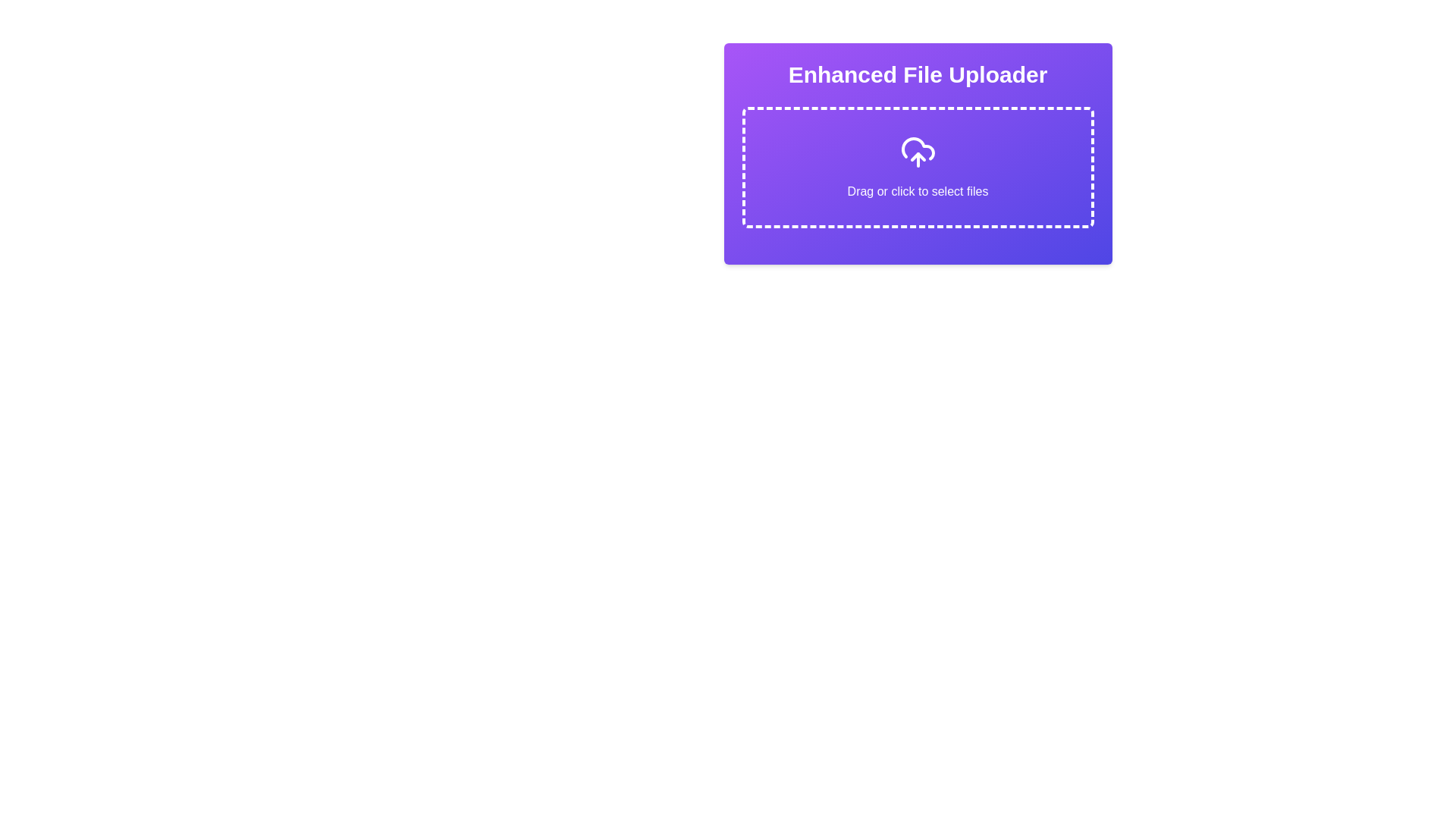 The image size is (1456, 819). I want to click on the File upload dropzone, which is a bordered, dashed rectangular area with rounded corners, featuring a cloud graphic and the text 'Drag or click, so click(917, 167).